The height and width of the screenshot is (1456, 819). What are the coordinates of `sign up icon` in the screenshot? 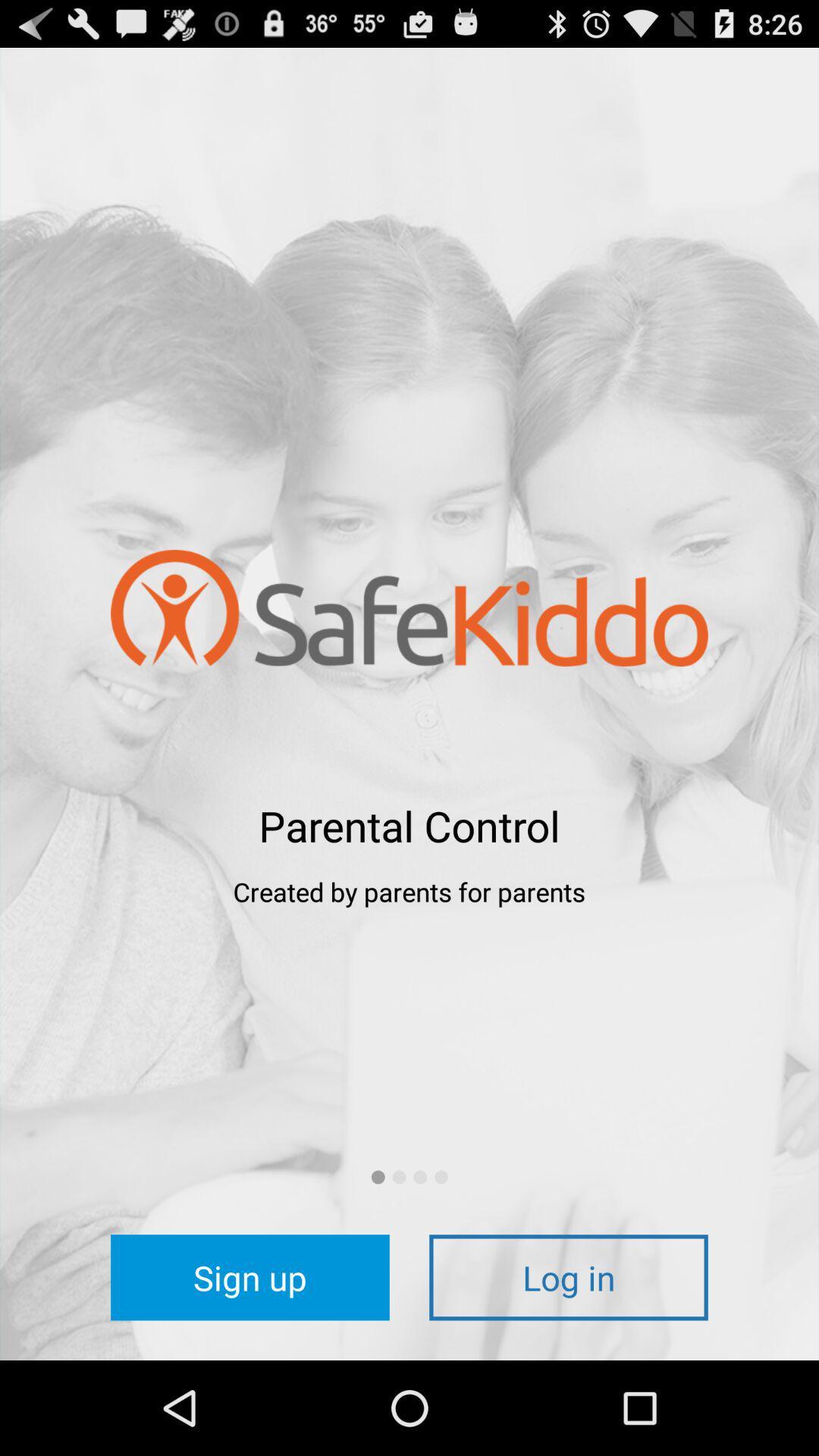 It's located at (249, 1276).